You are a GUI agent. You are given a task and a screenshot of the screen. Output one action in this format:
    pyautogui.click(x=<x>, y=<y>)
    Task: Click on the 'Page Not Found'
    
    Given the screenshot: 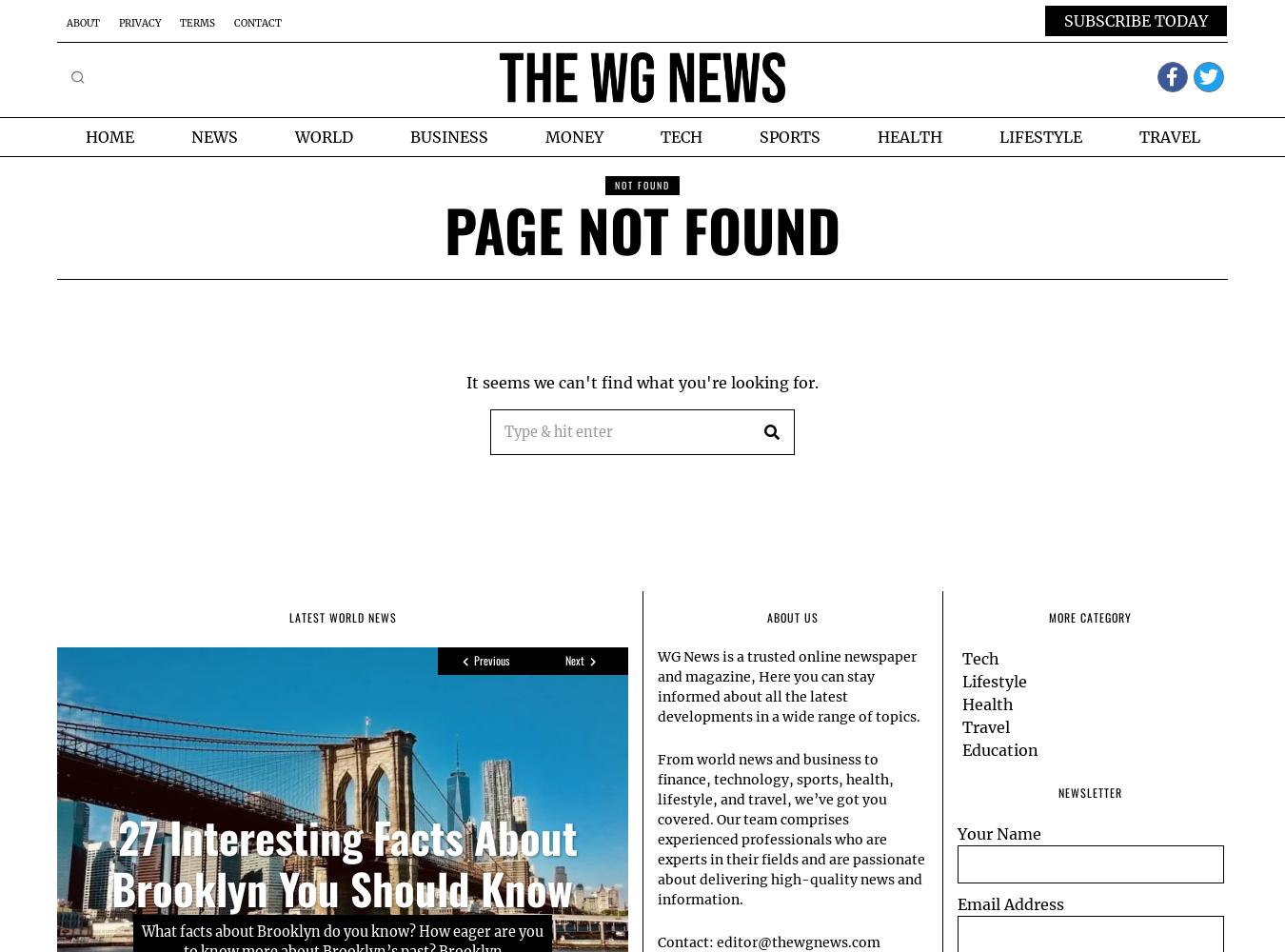 What is the action you would take?
    pyautogui.click(x=443, y=227)
    